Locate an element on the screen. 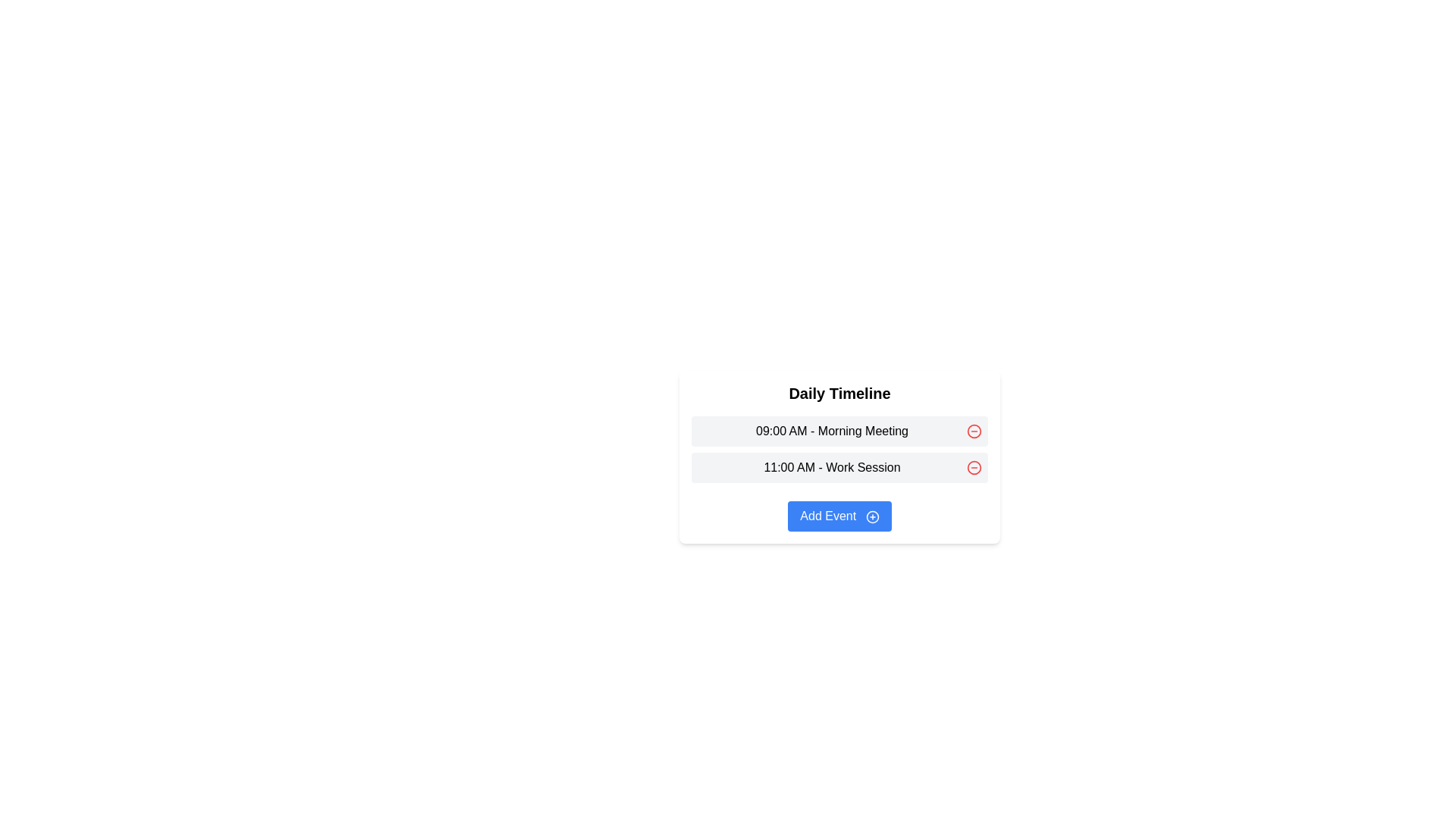 The image size is (1456, 819). the blue 'Add Event' button with white text and a circular plus icon is located at coordinates (839, 516).